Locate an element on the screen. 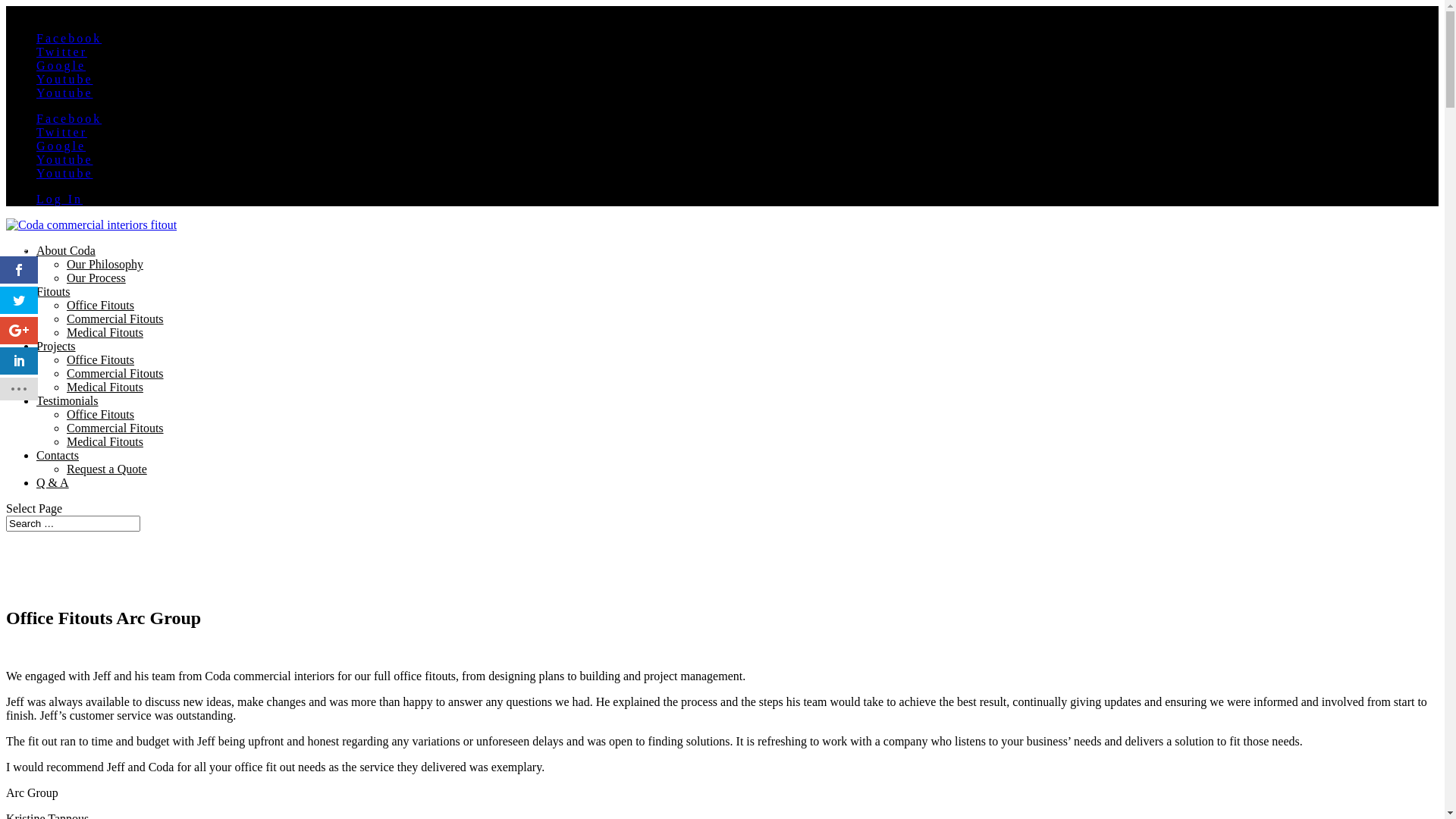 The width and height of the screenshot is (1456, 819). 'Search for:' is located at coordinates (6, 522).